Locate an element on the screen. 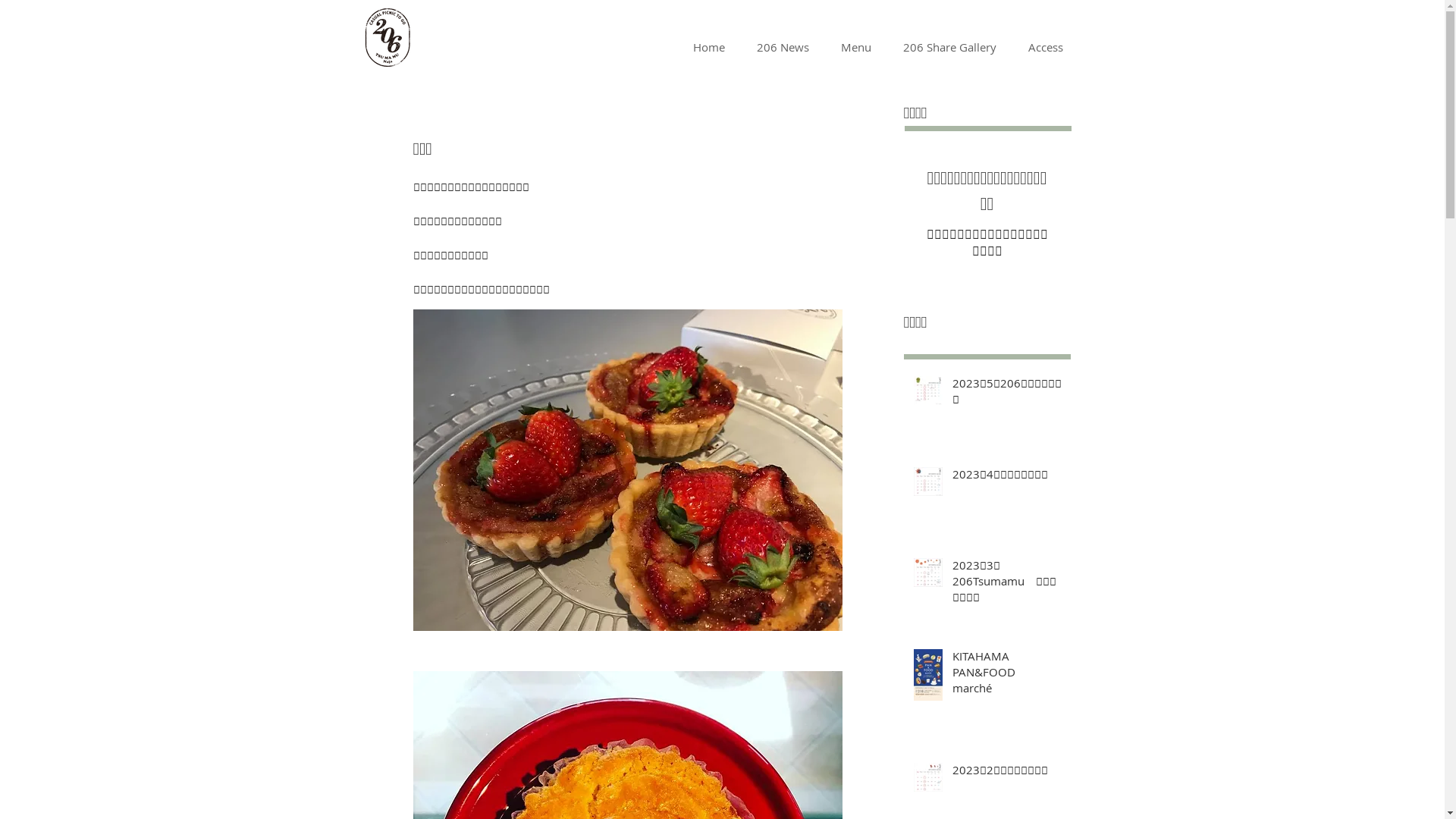 This screenshot has width=1456, height=819. '206 News' is located at coordinates (782, 45).